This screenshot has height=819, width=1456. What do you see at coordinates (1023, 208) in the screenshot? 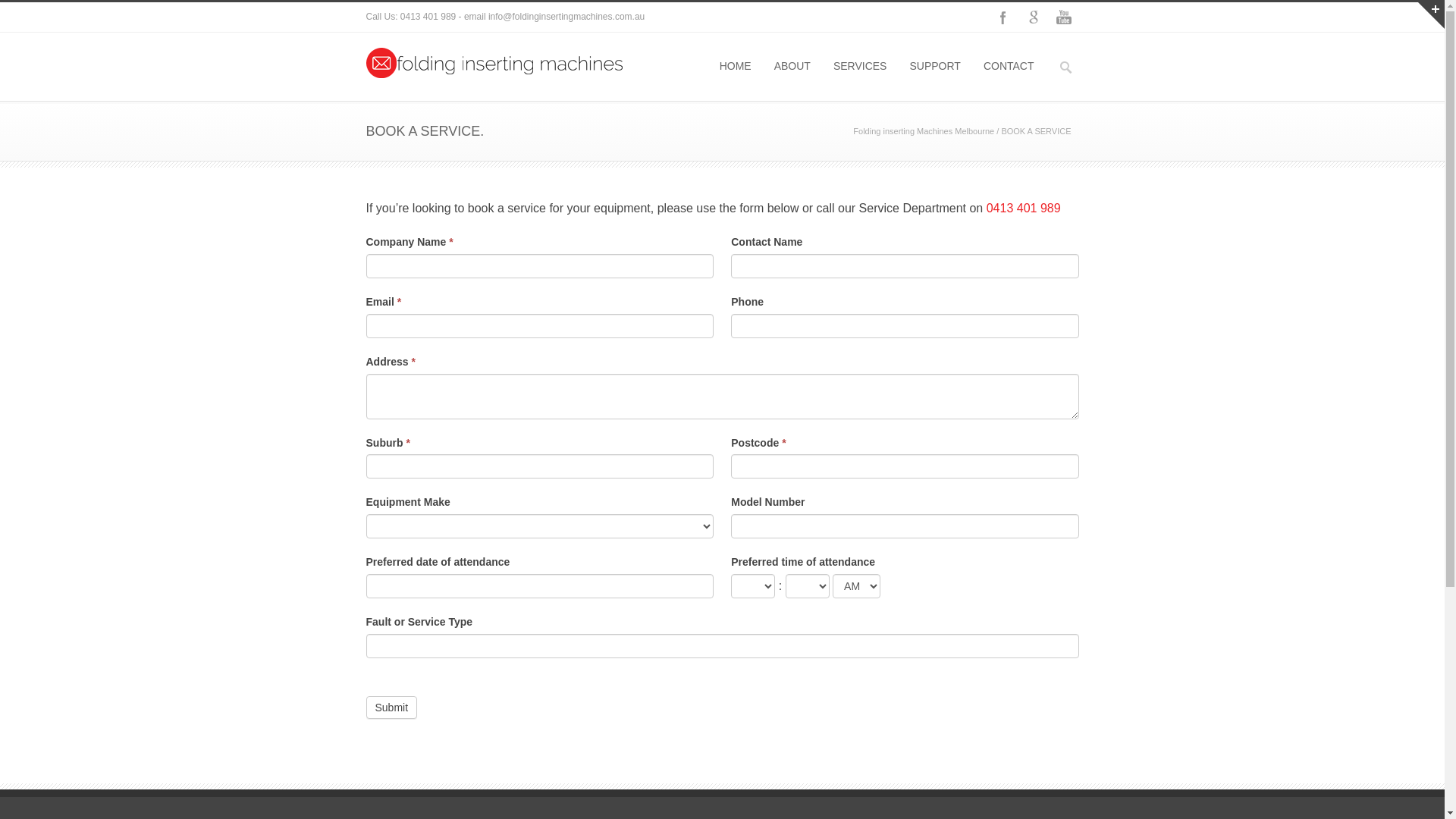
I see `'0413 401 989'` at bounding box center [1023, 208].